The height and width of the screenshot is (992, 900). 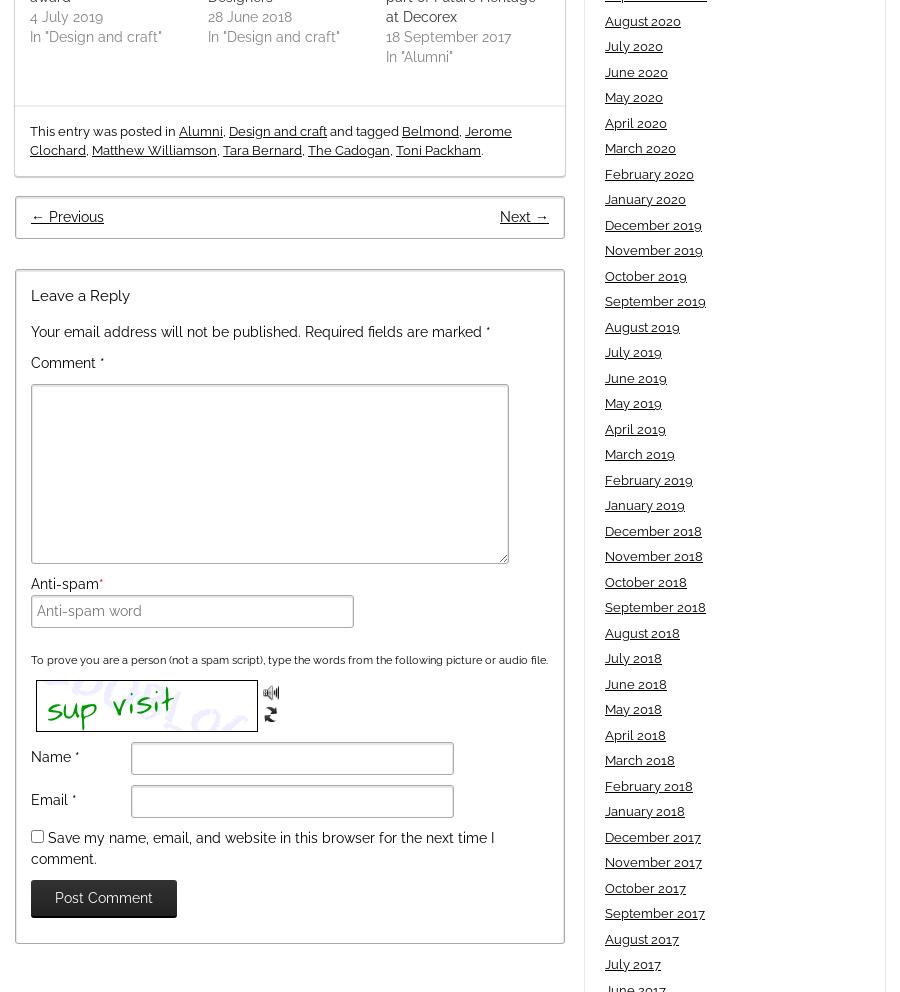 I want to click on 'February 2019', so click(x=648, y=479).